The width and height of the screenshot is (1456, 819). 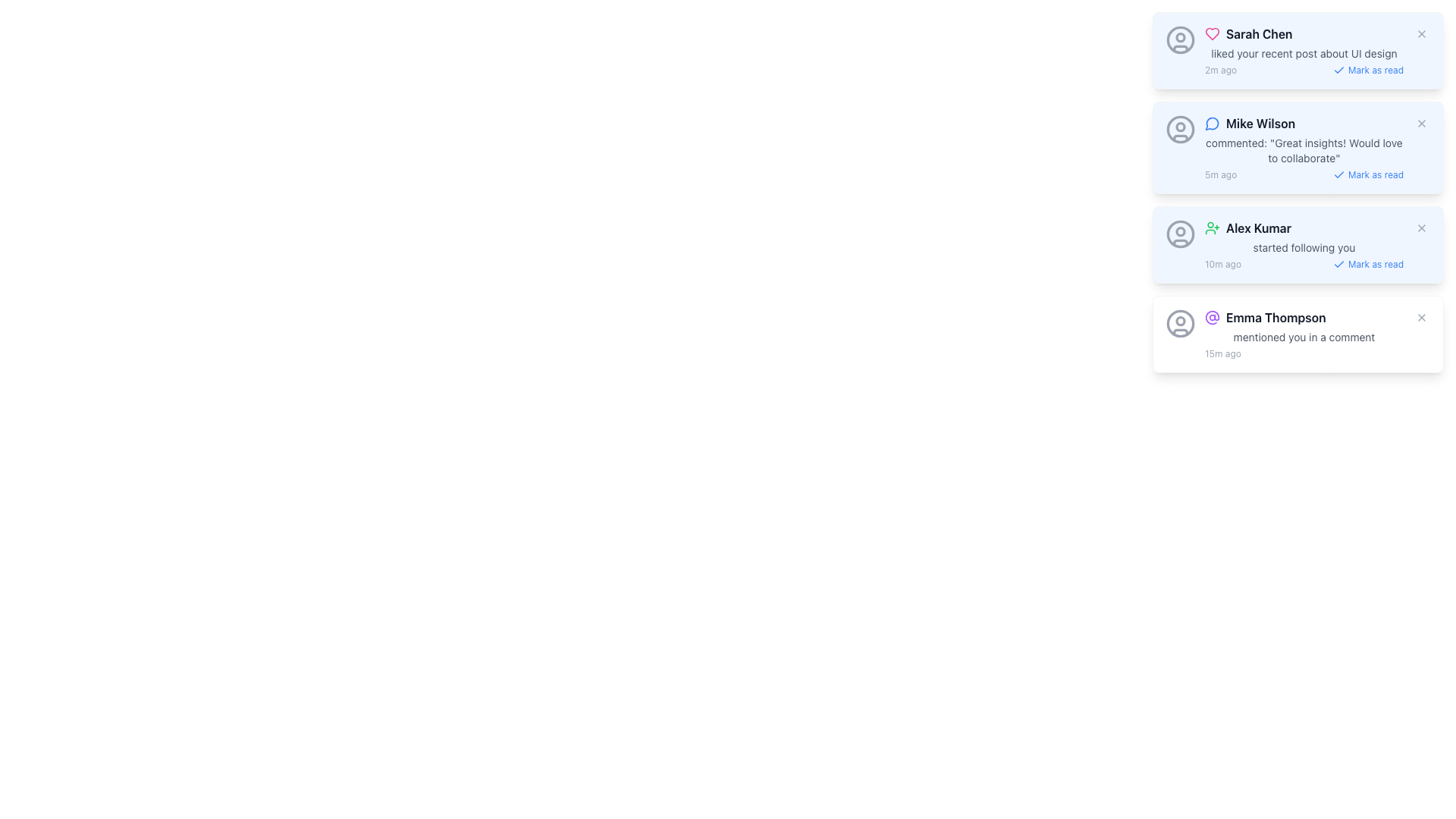 I want to click on the associated person, so click(x=1259, y=34).